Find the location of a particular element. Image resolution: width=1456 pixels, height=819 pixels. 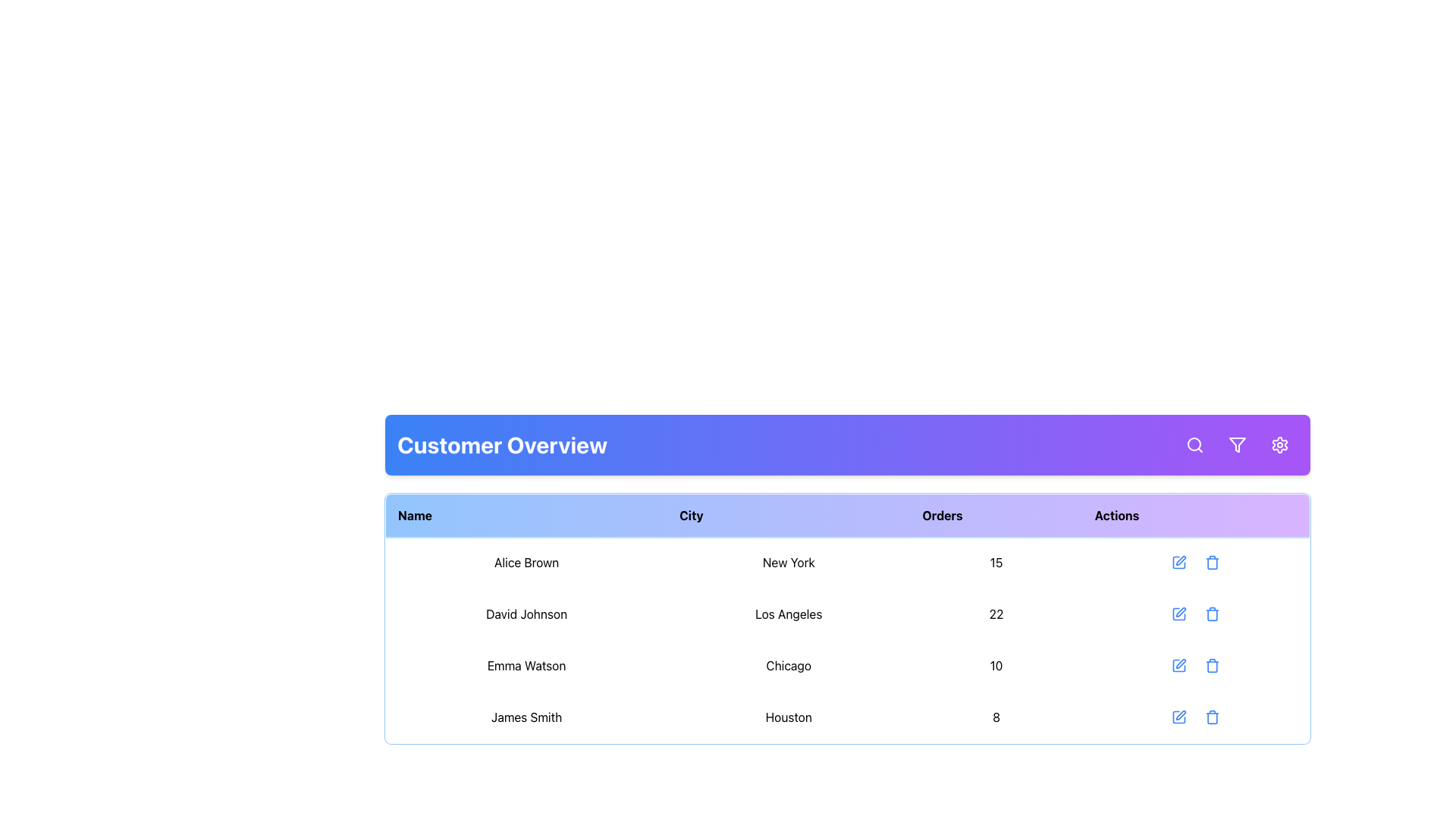

the settings icon located on the far-right side of the upper navigation bar with a gradient purple background is located at coordinates (1279, 444).